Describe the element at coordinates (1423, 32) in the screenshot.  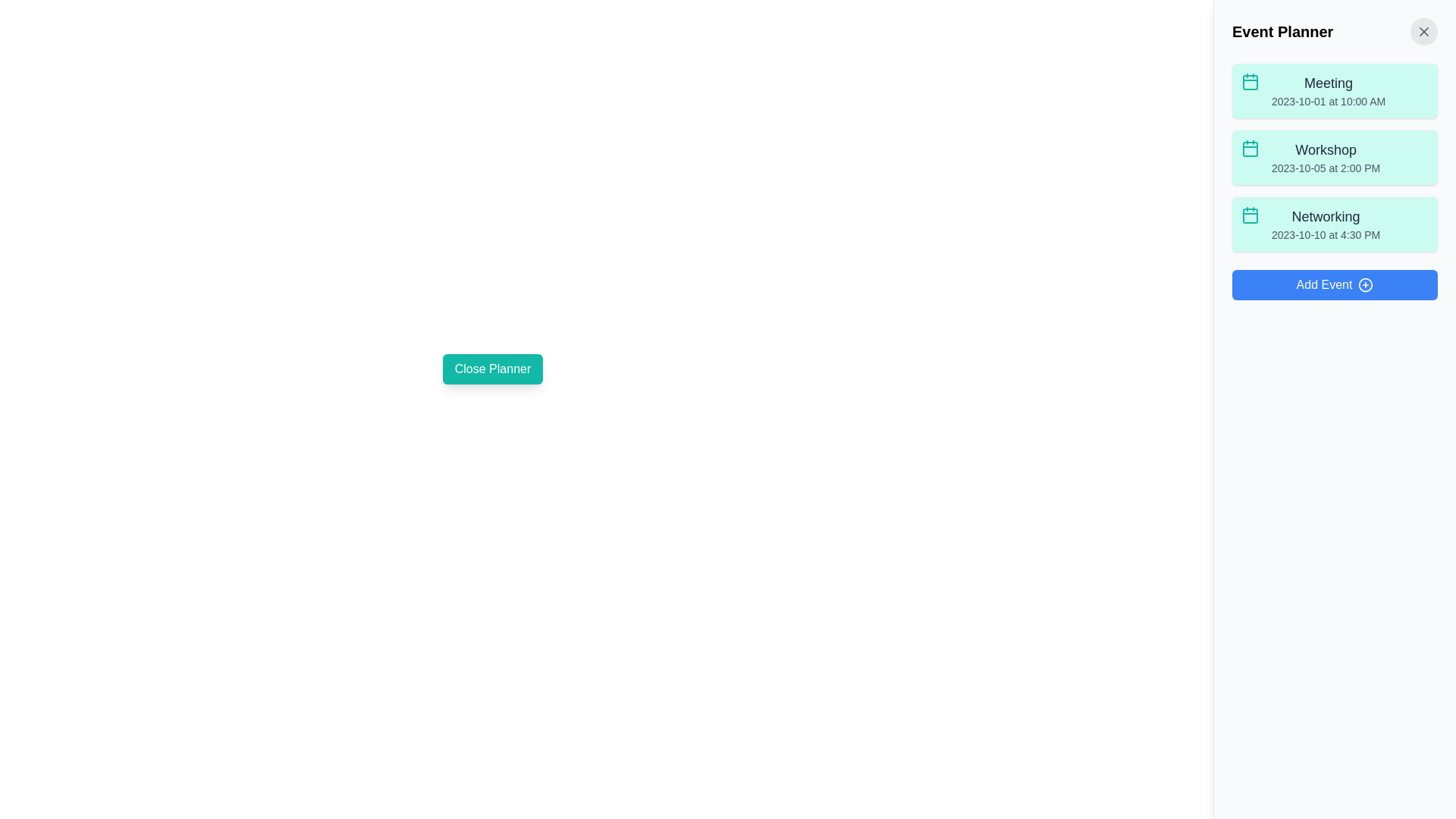
I see `the close button located at the top-right corner of the Event Planner section` at that location.